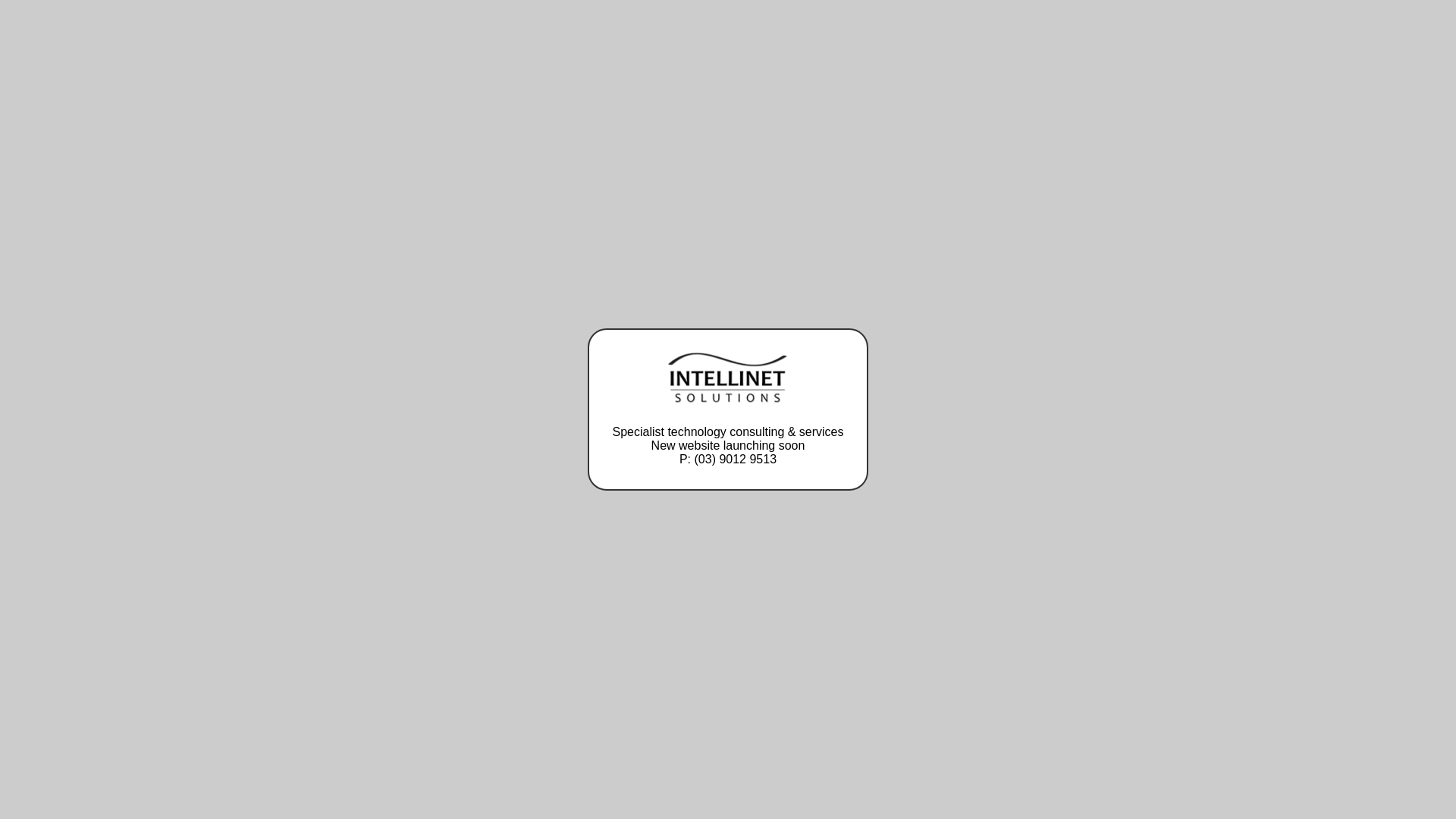 The width and height of the screenshot is (1456, 819). I want to click on '(03) 9012 9513', so click(736, 458).